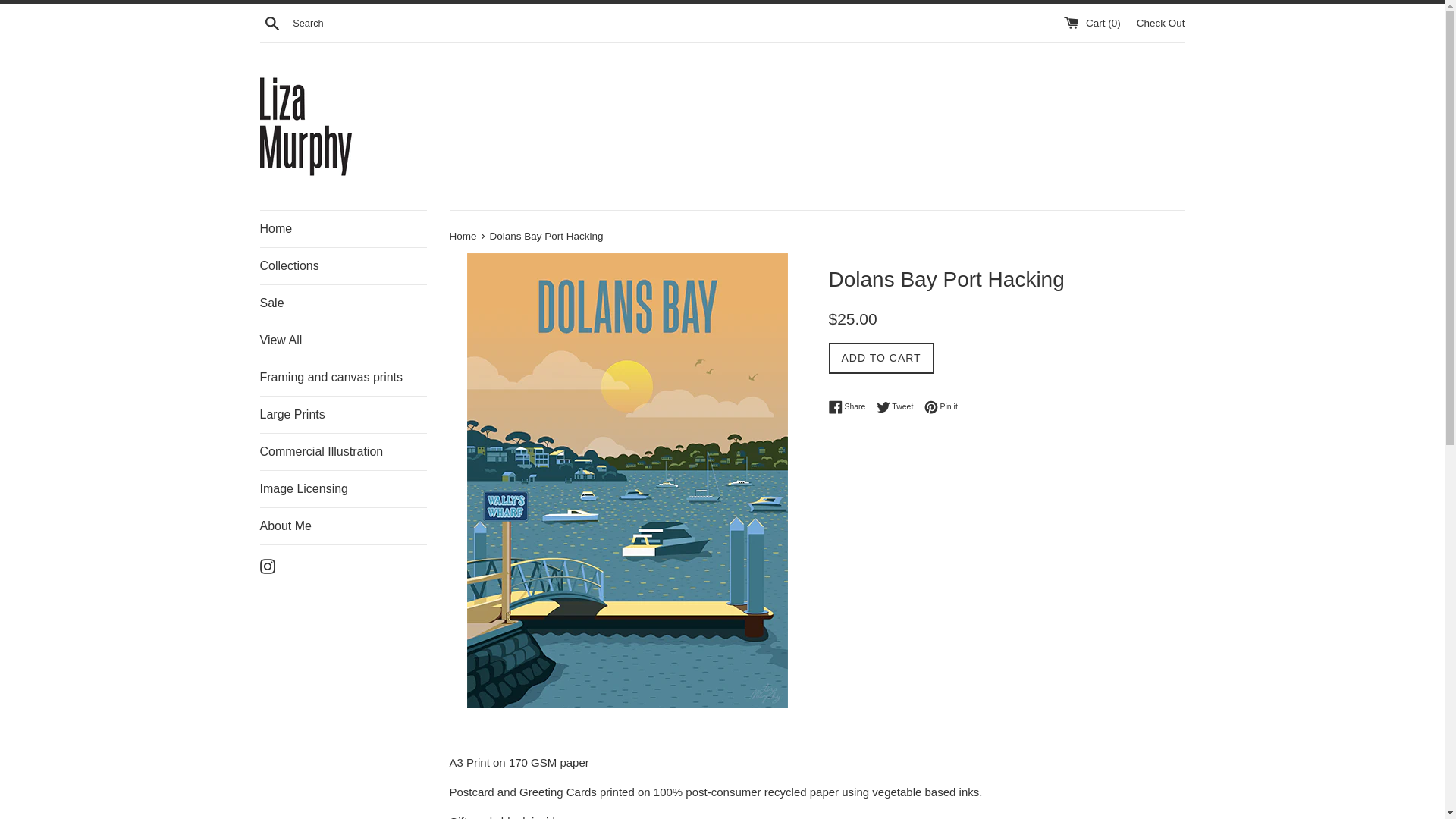 Image resolution: width=1456 pixels, height=819 pixels. I want to click on 'Pin it, so click(940, 406).